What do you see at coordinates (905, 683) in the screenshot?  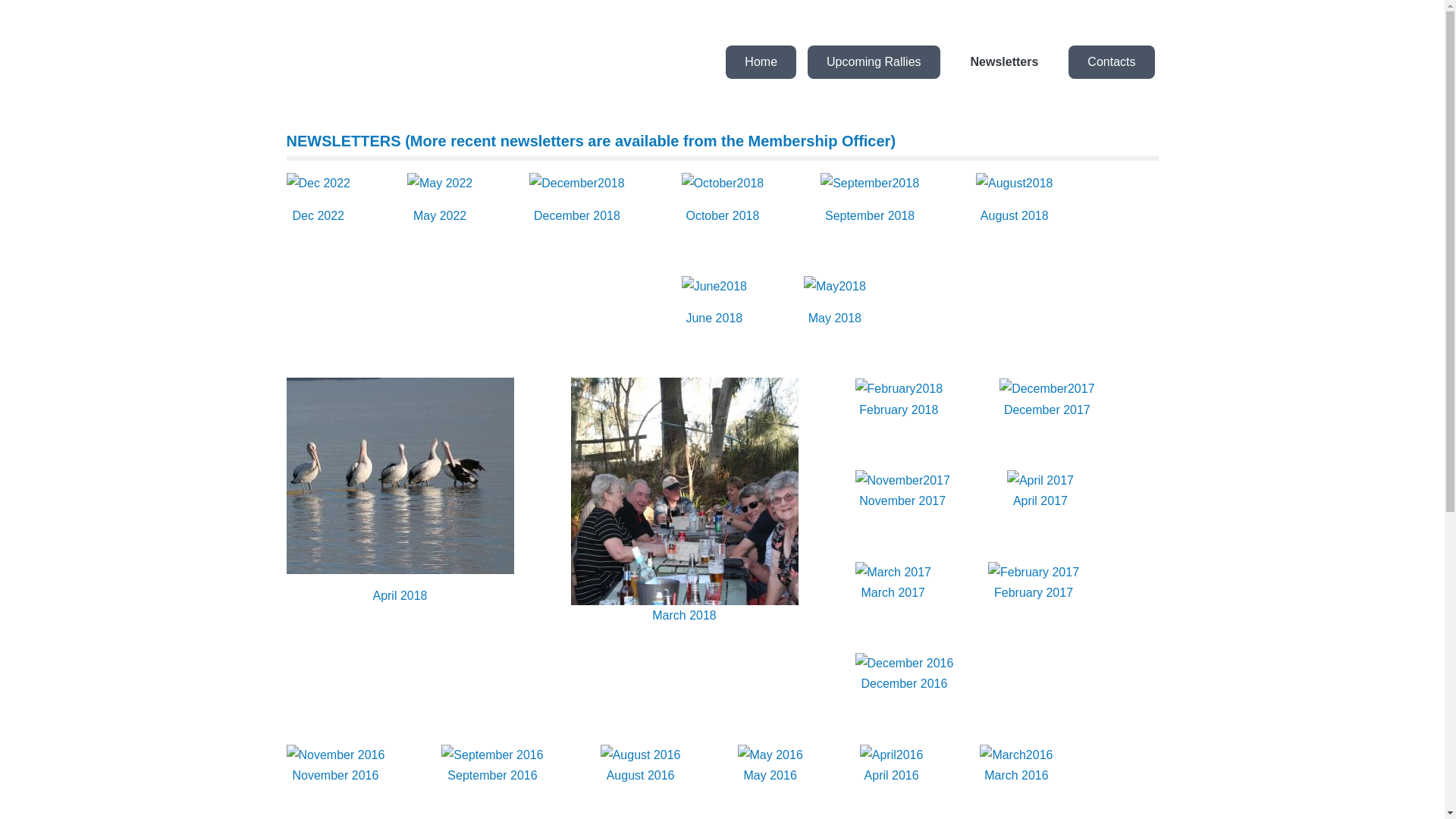 I see `'December 2016'` at bounding box center [905, 683].